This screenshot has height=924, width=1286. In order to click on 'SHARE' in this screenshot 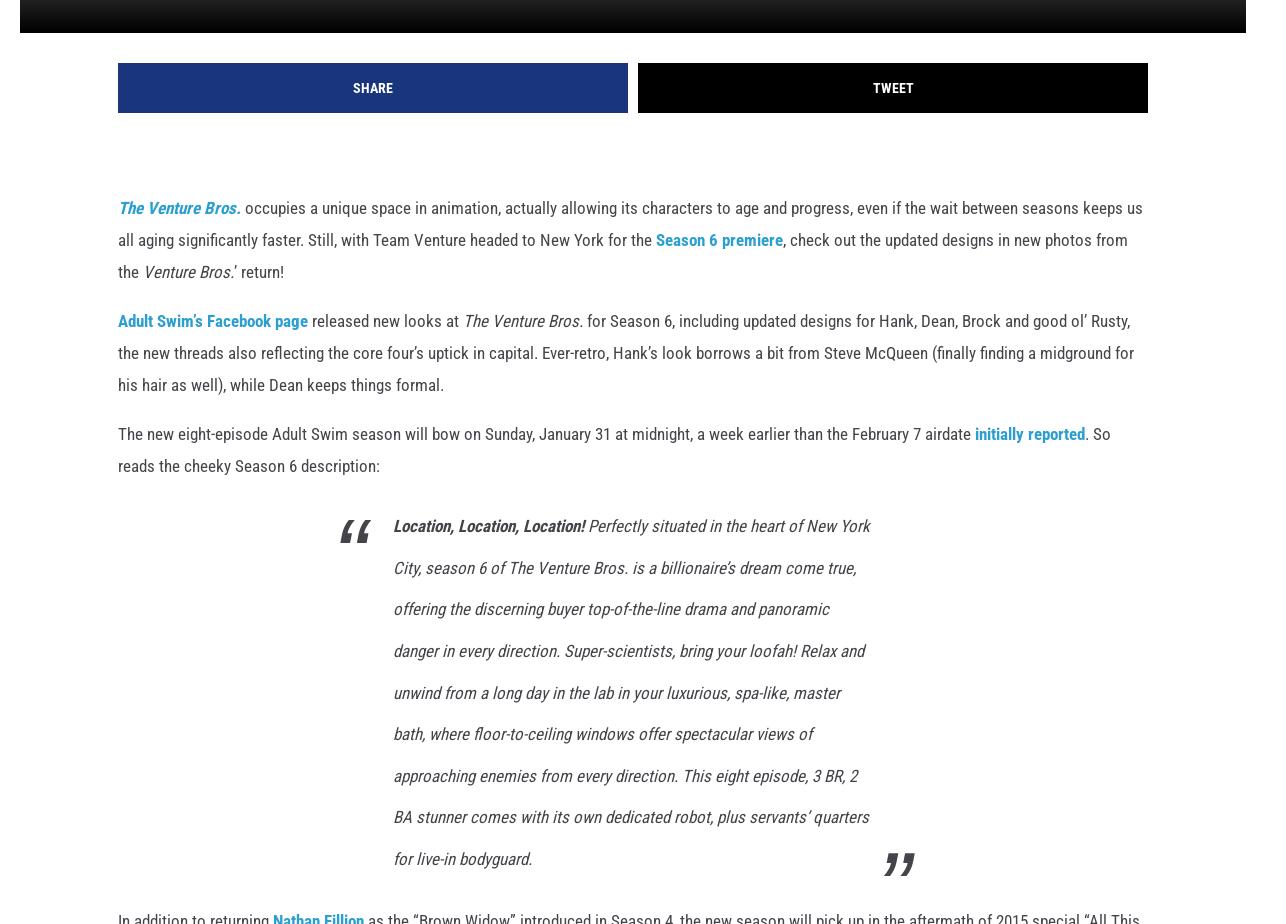, I will do `click(371, 119)`.